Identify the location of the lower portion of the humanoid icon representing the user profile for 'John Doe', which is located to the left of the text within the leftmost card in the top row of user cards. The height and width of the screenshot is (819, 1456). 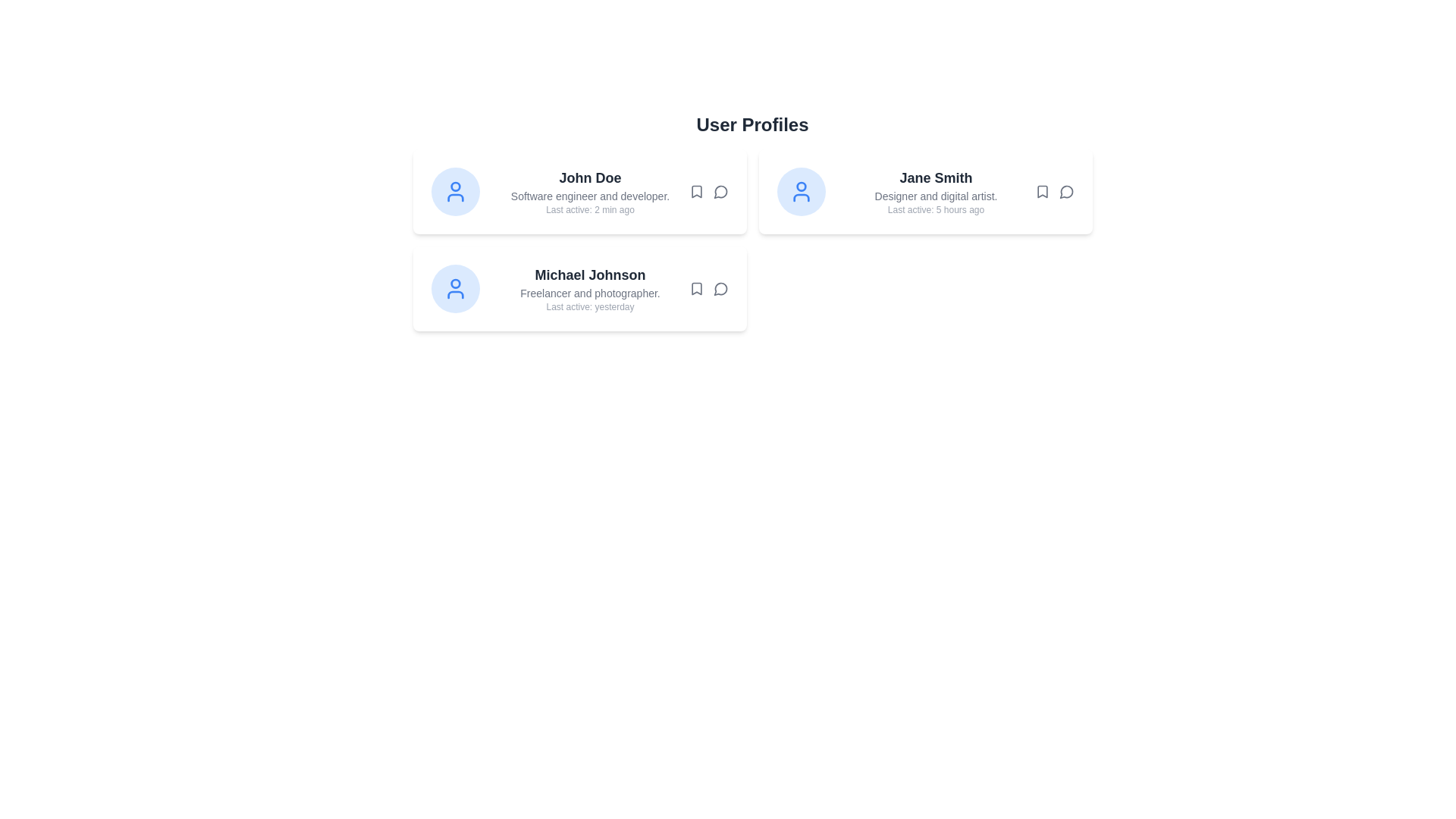
(454, 197).